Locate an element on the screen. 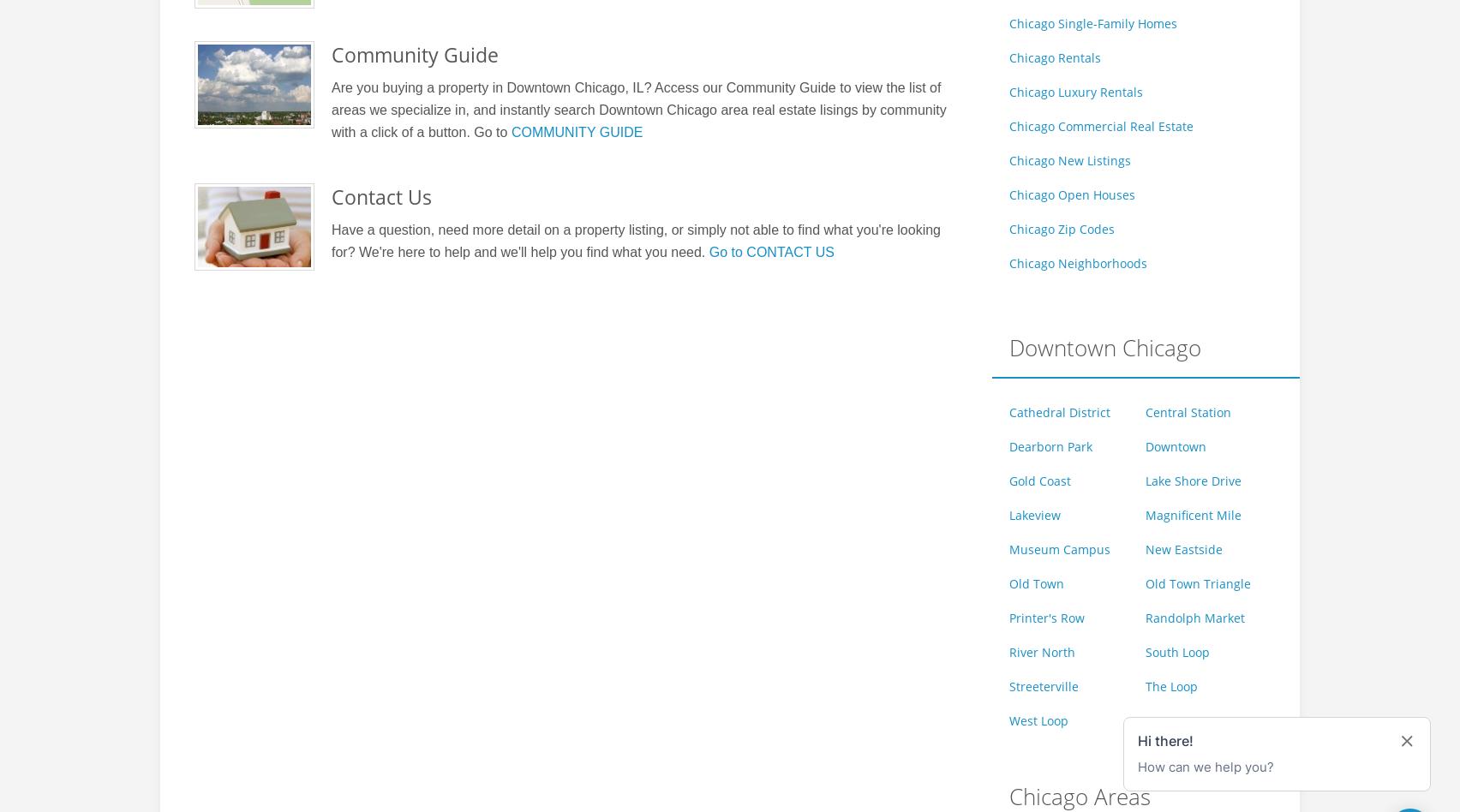  'Chicago New Listings' is located at coordinates (1007, 159).